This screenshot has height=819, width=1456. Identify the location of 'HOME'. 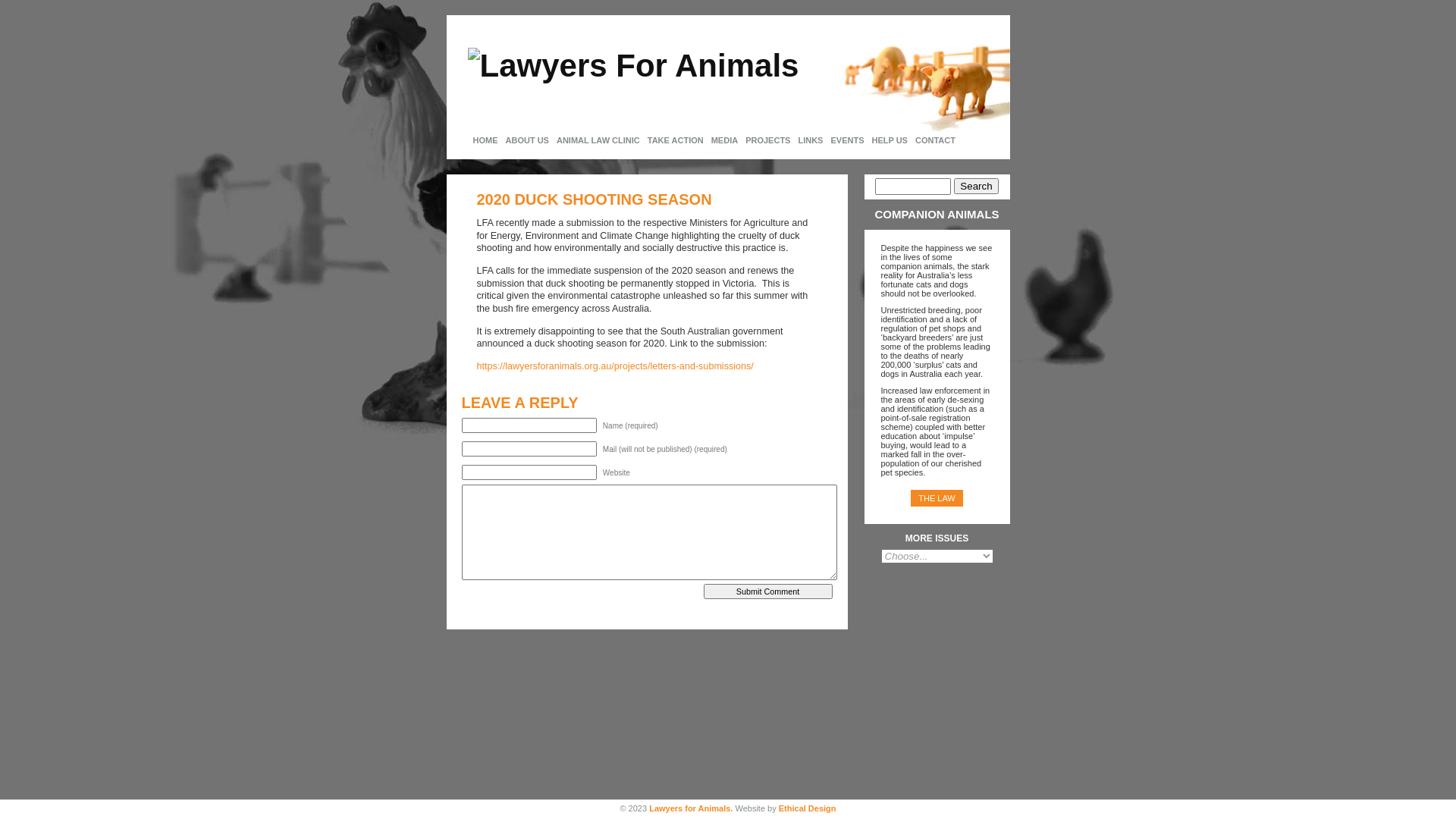
(468, 140).